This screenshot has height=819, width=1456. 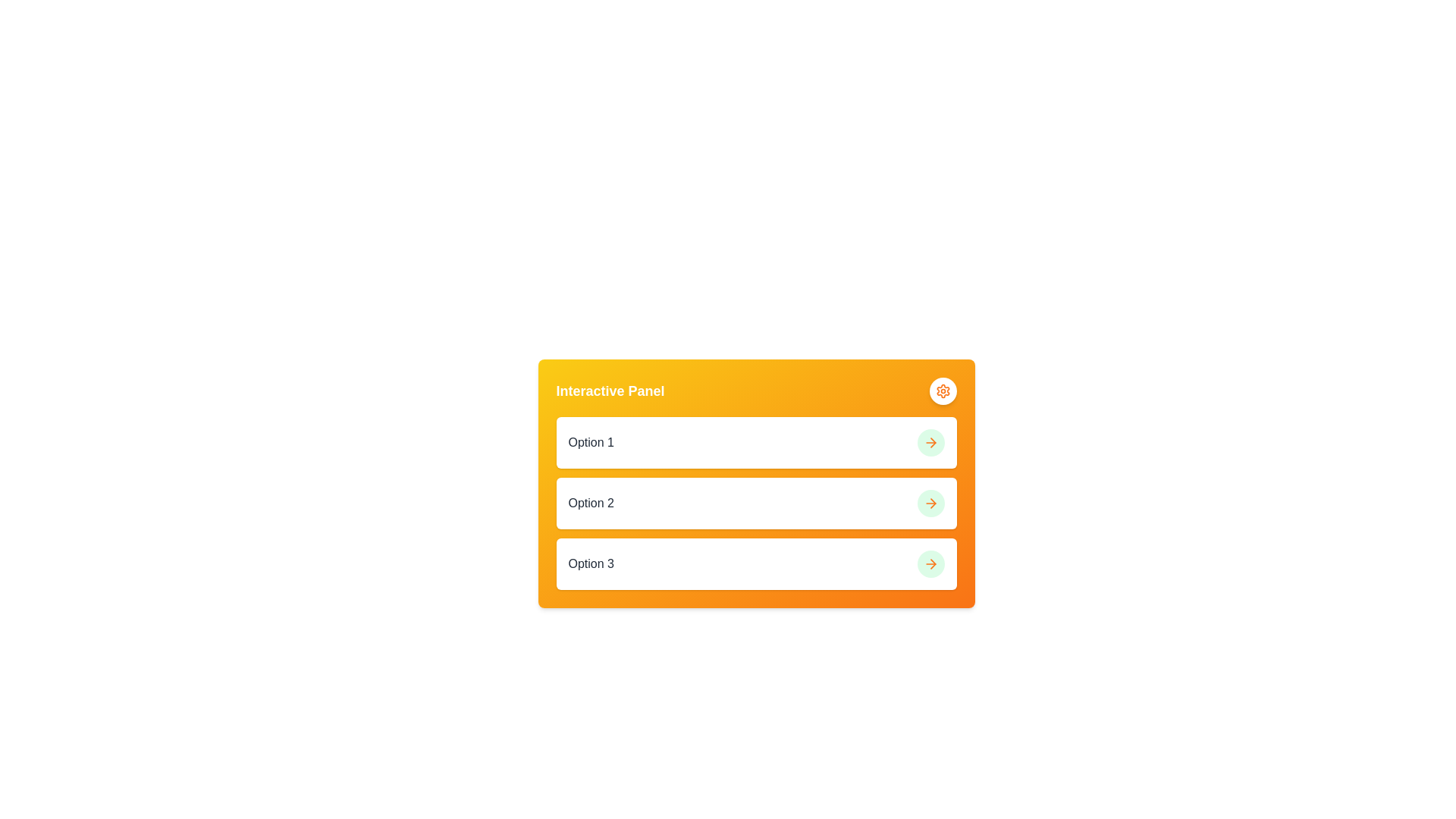 I want to click on the settings icon, which is a cogwheel shape located, so click(x=942, y=391).